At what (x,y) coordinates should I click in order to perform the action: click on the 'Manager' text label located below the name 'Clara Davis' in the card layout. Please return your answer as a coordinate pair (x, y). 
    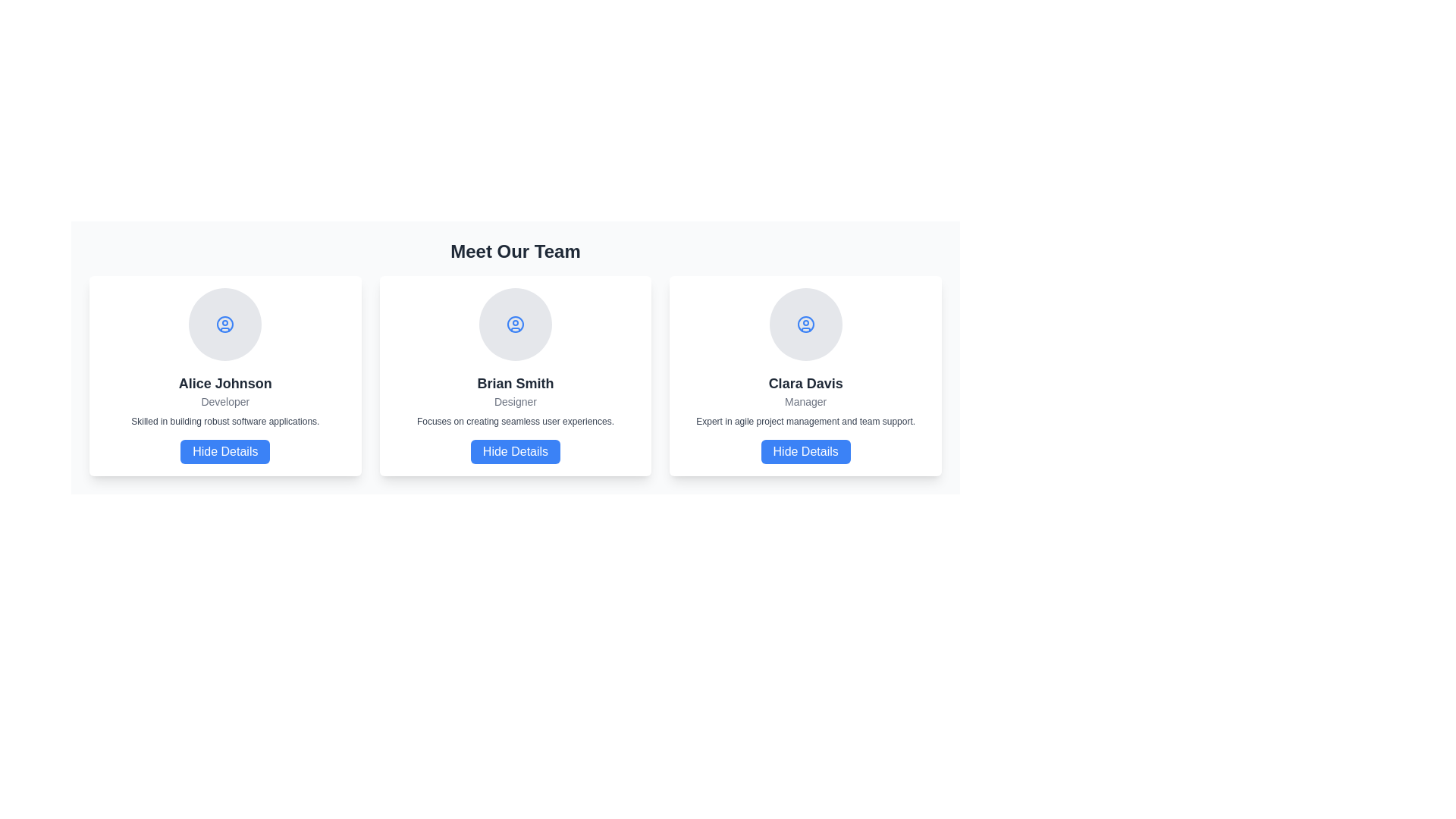
    Looking at the image, I should click on (805, 400).